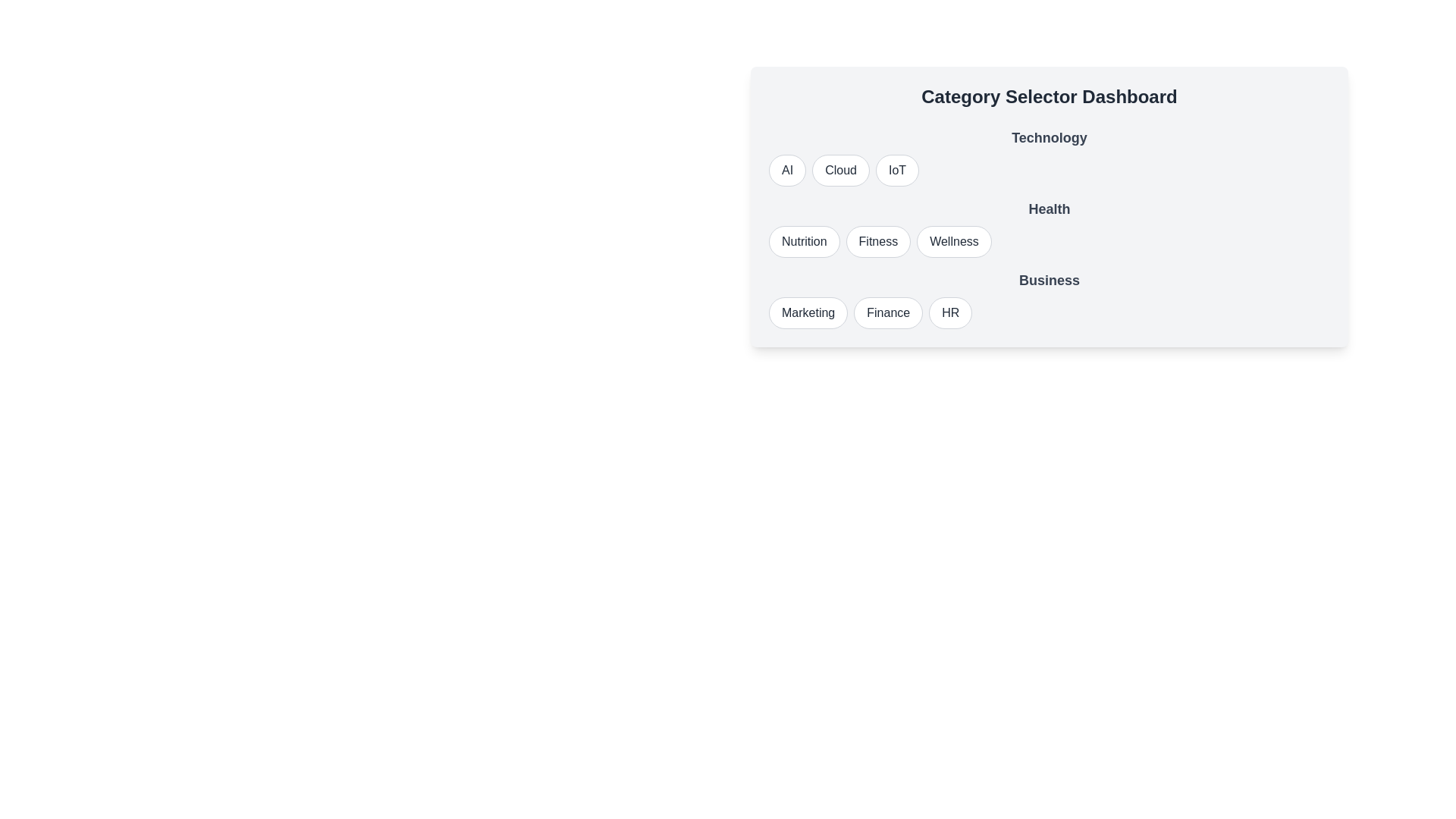 Image resolution: width=1456 pixels, height=819 pixels. What do you see at coordinates (897, 170) in the screenshot?
I see `the option IoT from the category Technology` at bounding box center [897, 170].